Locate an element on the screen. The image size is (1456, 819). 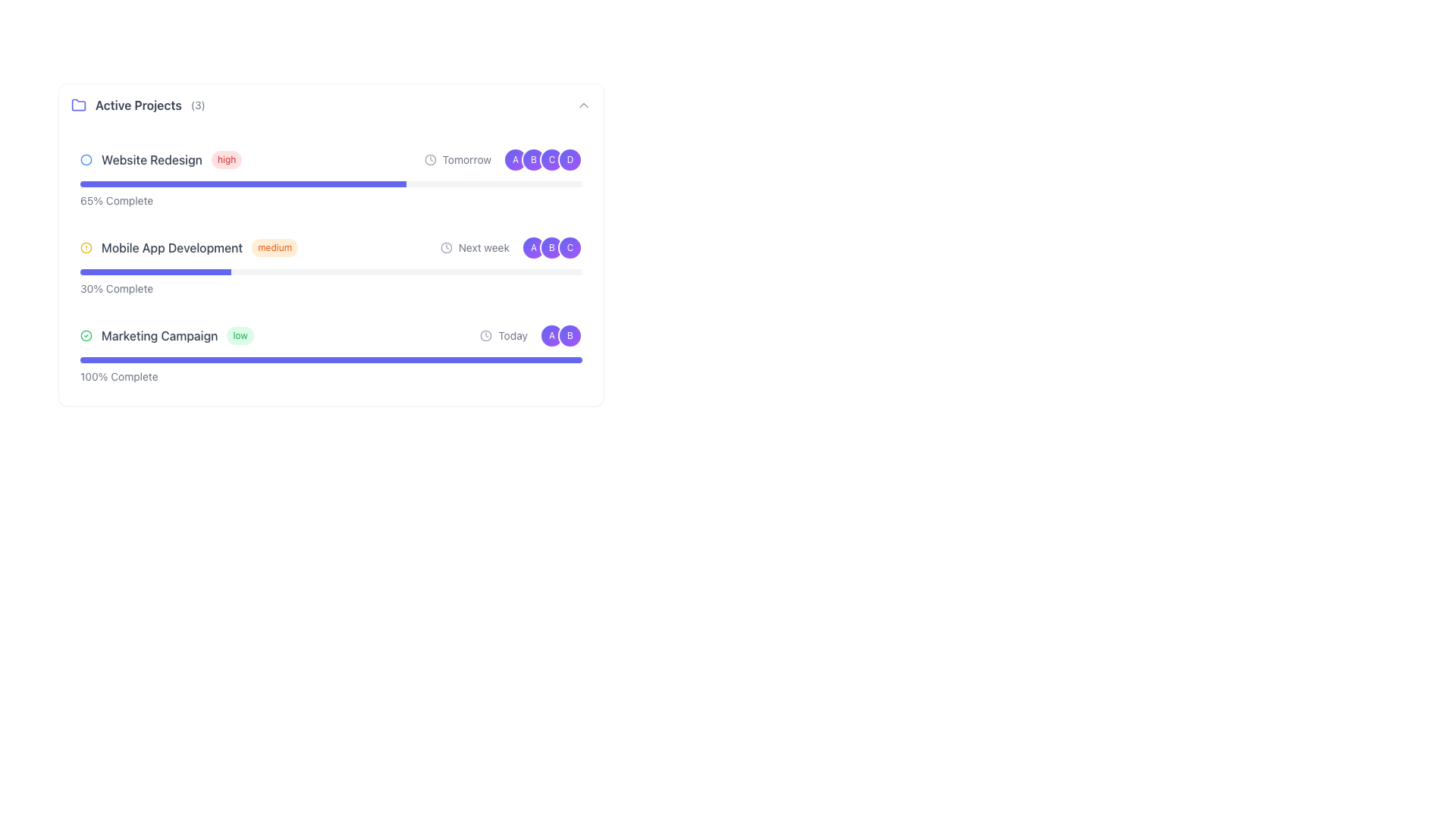
the progress indicator representing 65% completion for the 'Website Redesign' project, located at the top of the 'Active Projects' list is located at coordinates (243, 184).